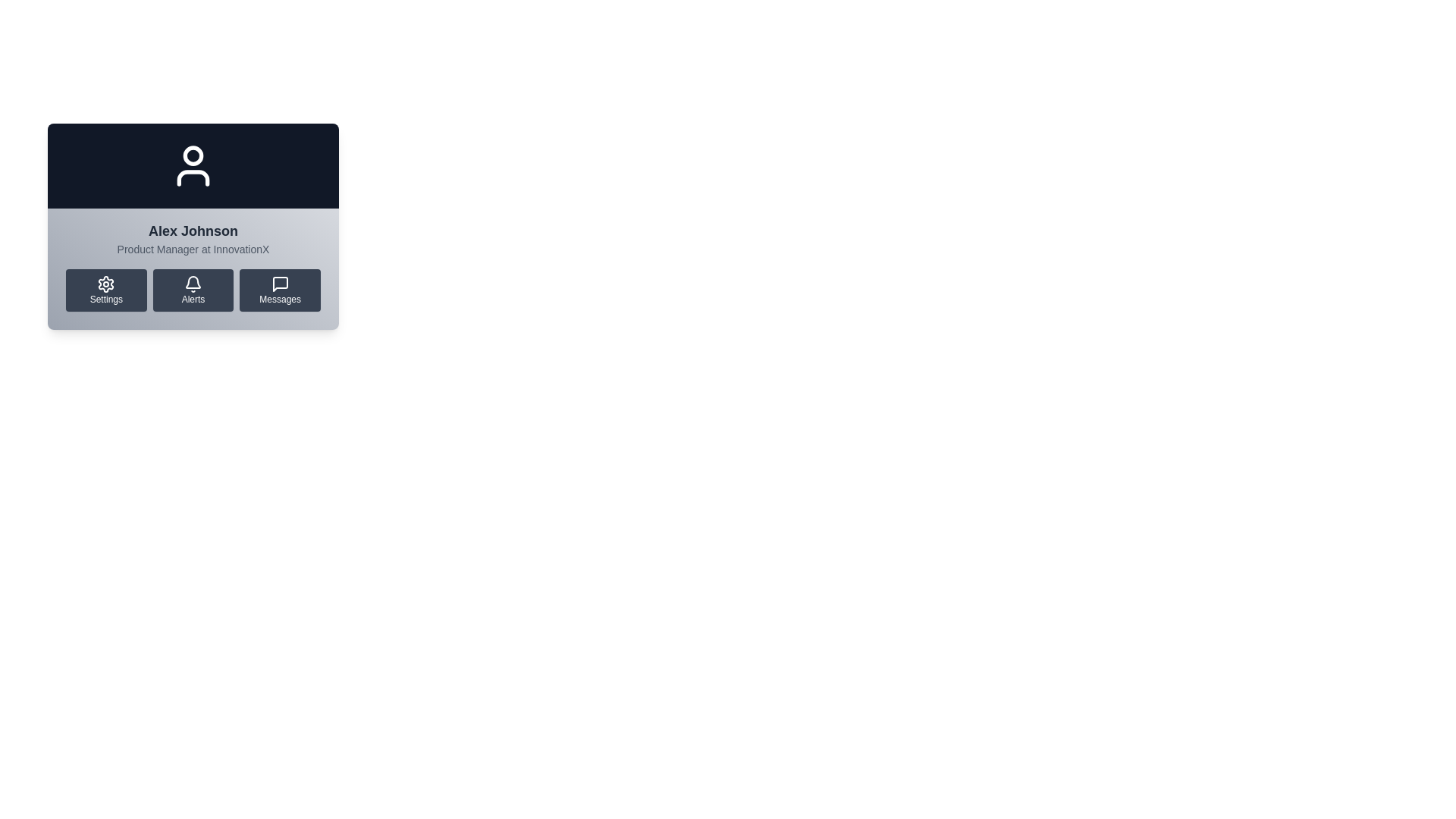  Describe the element at coordinates (192, 299) in the screenshot. I see `the navigation menu located at the bottom section of the display card` at that location.